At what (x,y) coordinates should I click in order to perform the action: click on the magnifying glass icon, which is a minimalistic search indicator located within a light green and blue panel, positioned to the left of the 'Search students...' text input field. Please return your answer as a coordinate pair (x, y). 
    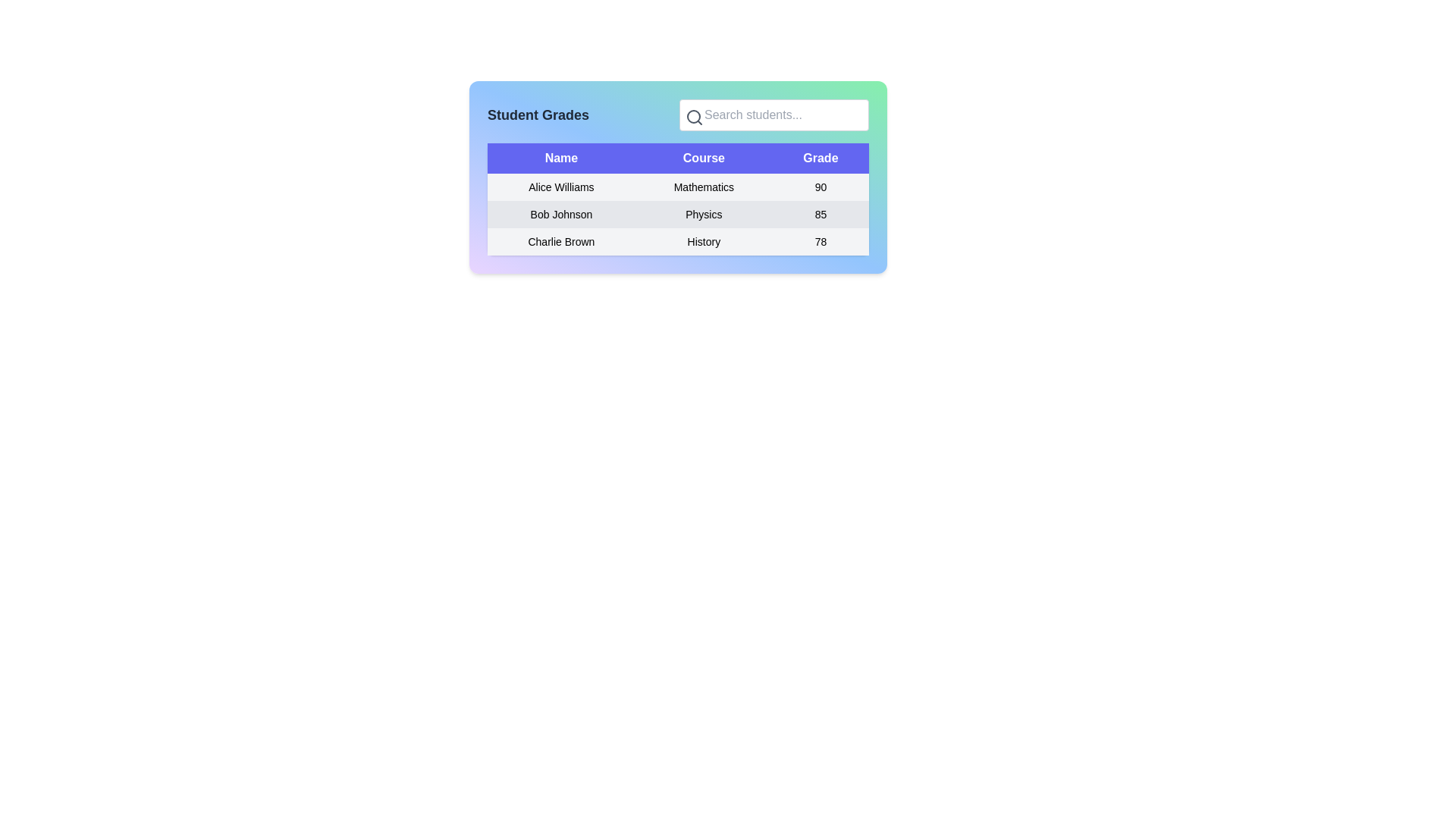
    Looking at the image, I should click on (694, 116).